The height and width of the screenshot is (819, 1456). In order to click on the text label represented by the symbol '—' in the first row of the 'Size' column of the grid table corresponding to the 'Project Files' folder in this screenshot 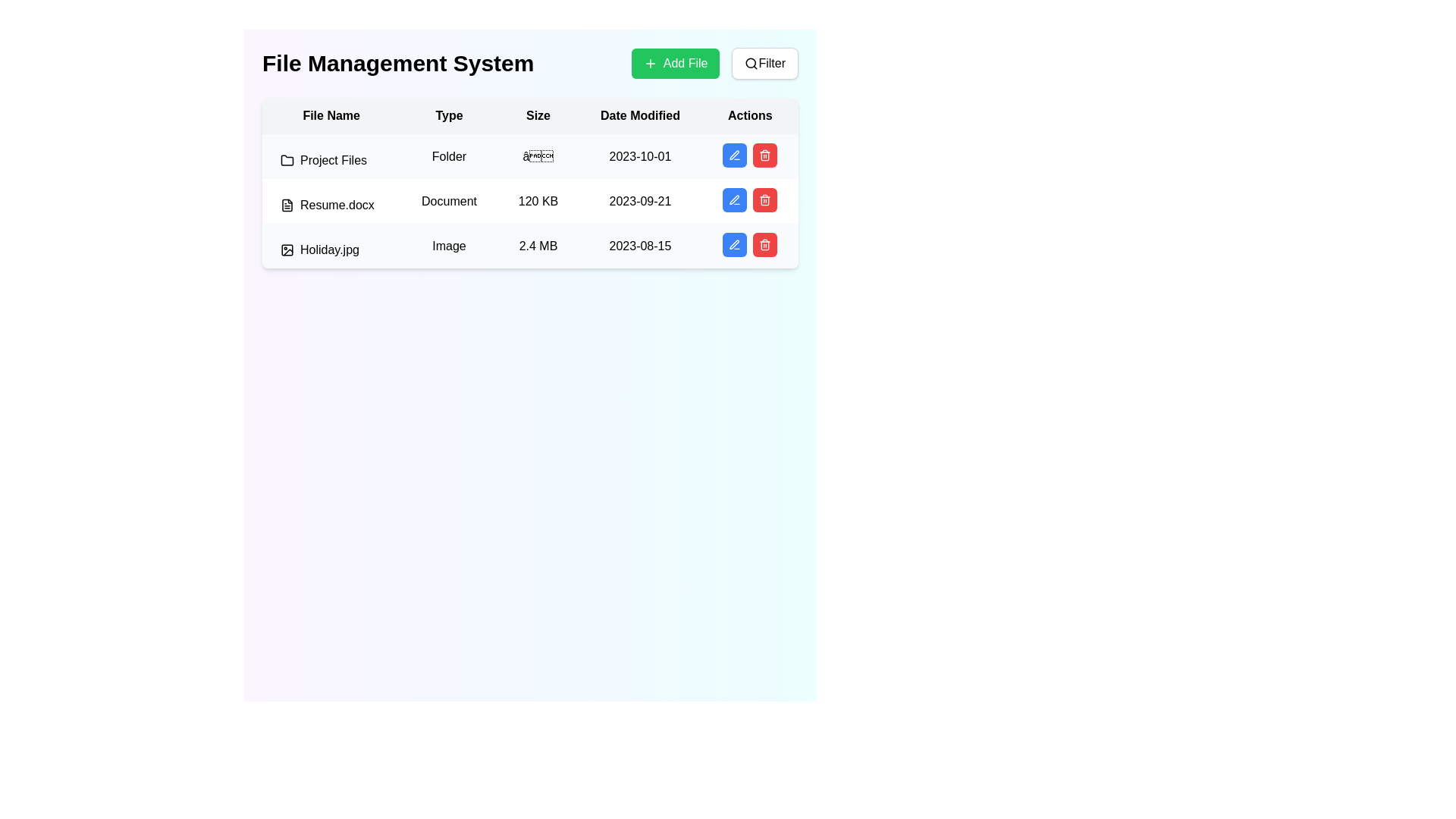, I will do `click(538, 156)`.